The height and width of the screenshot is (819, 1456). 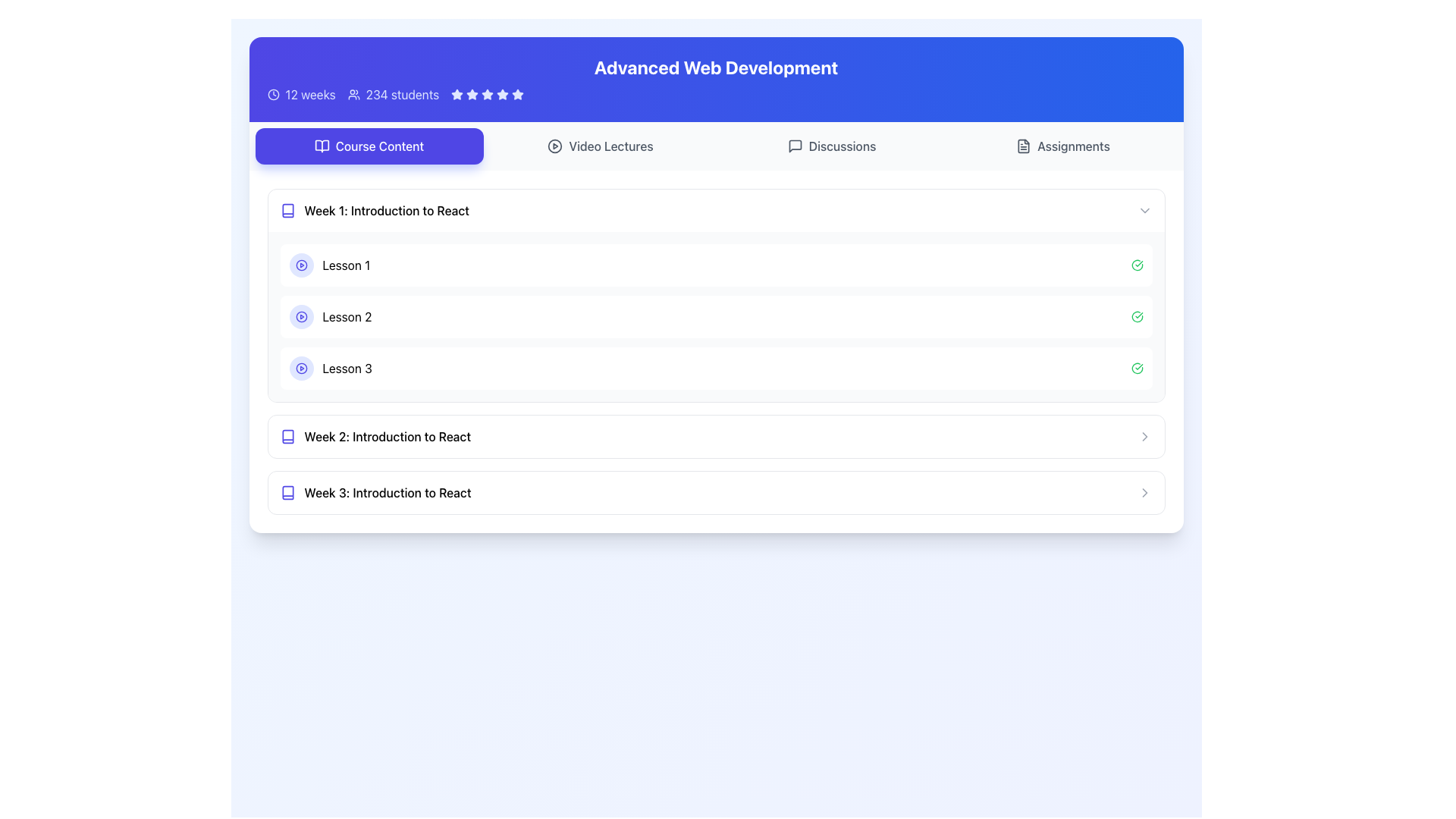 What do you see at coordinates (1144, 493) in the screenshot?
I see `the right-facing chevron arrow icon at the end of the row labeled 'Week 3: Introduction to React'` at bounding box center [1144, 493].